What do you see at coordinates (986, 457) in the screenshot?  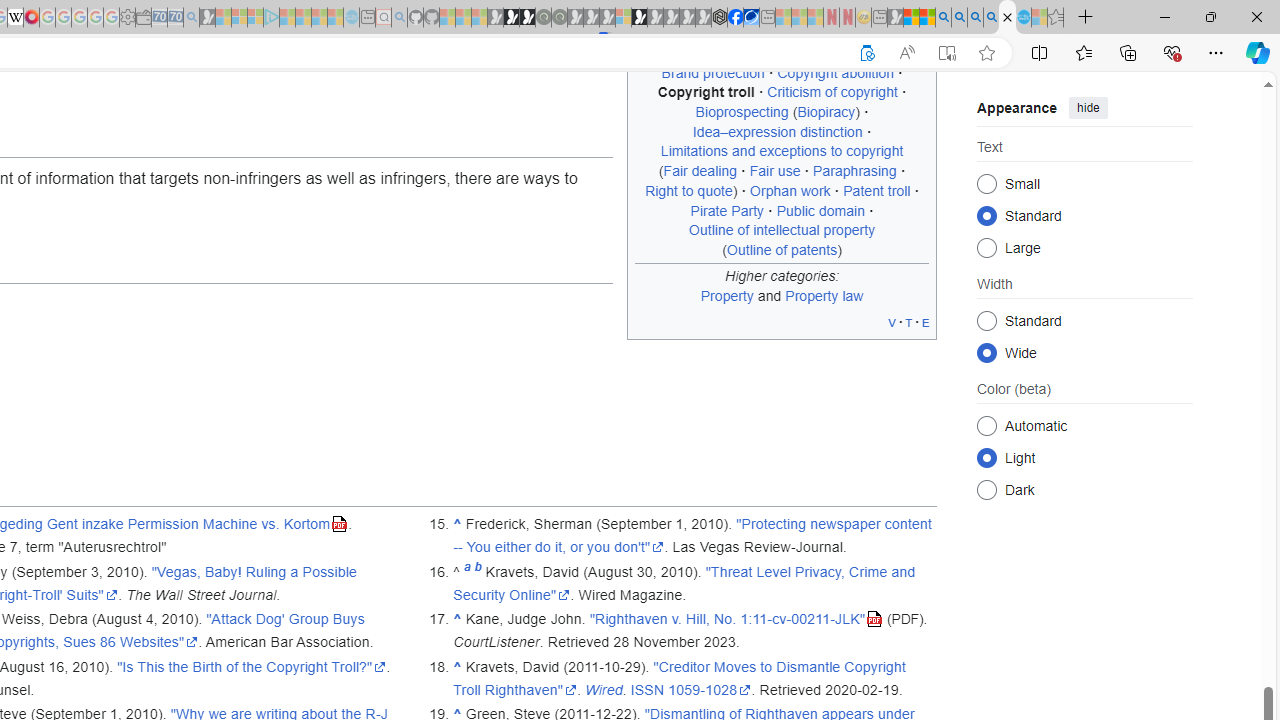 I see `'Light'` at bounding box center [986, 457].